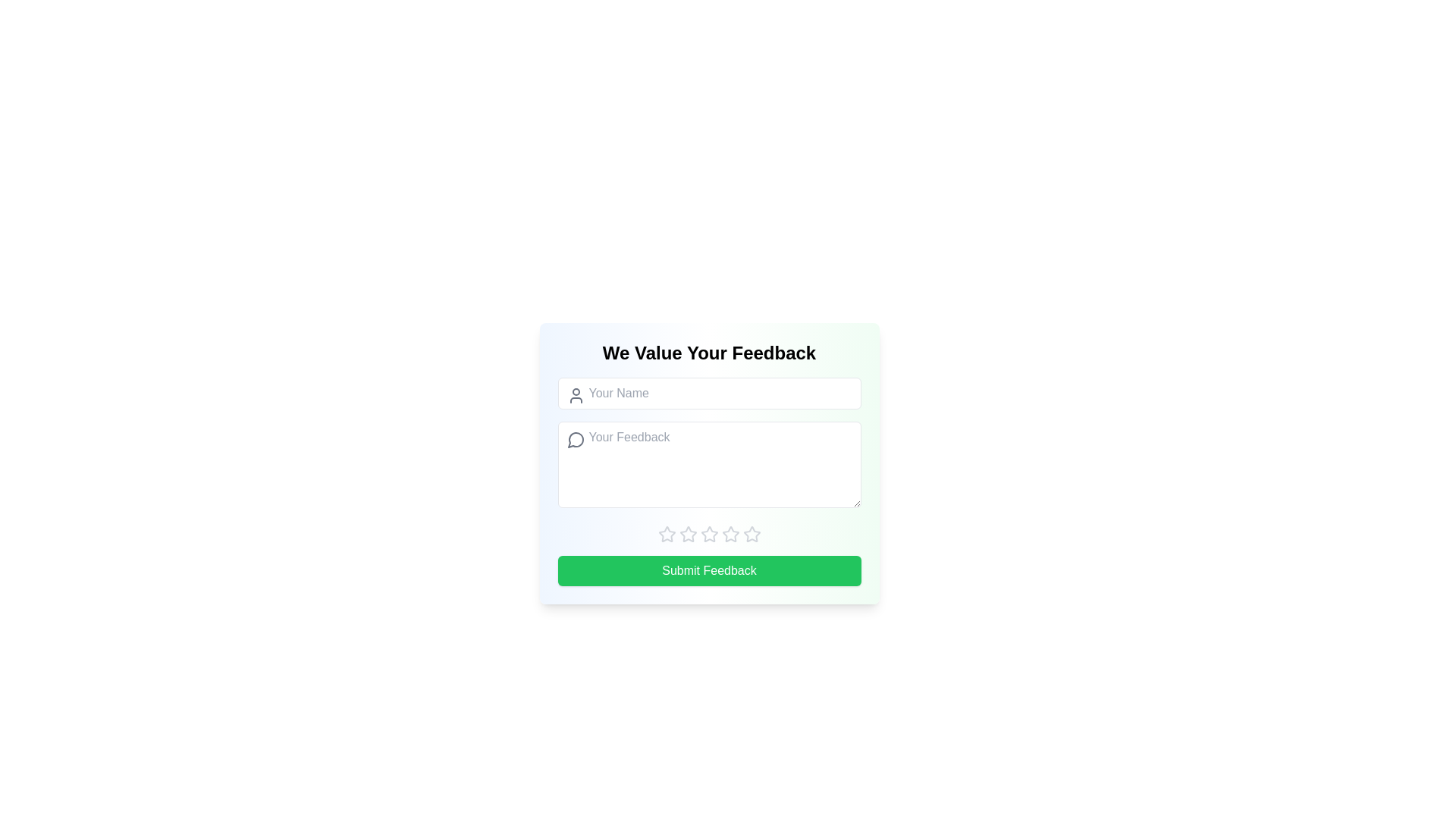  I want to click on the second interactive star in the rating component, so click(687, 533).